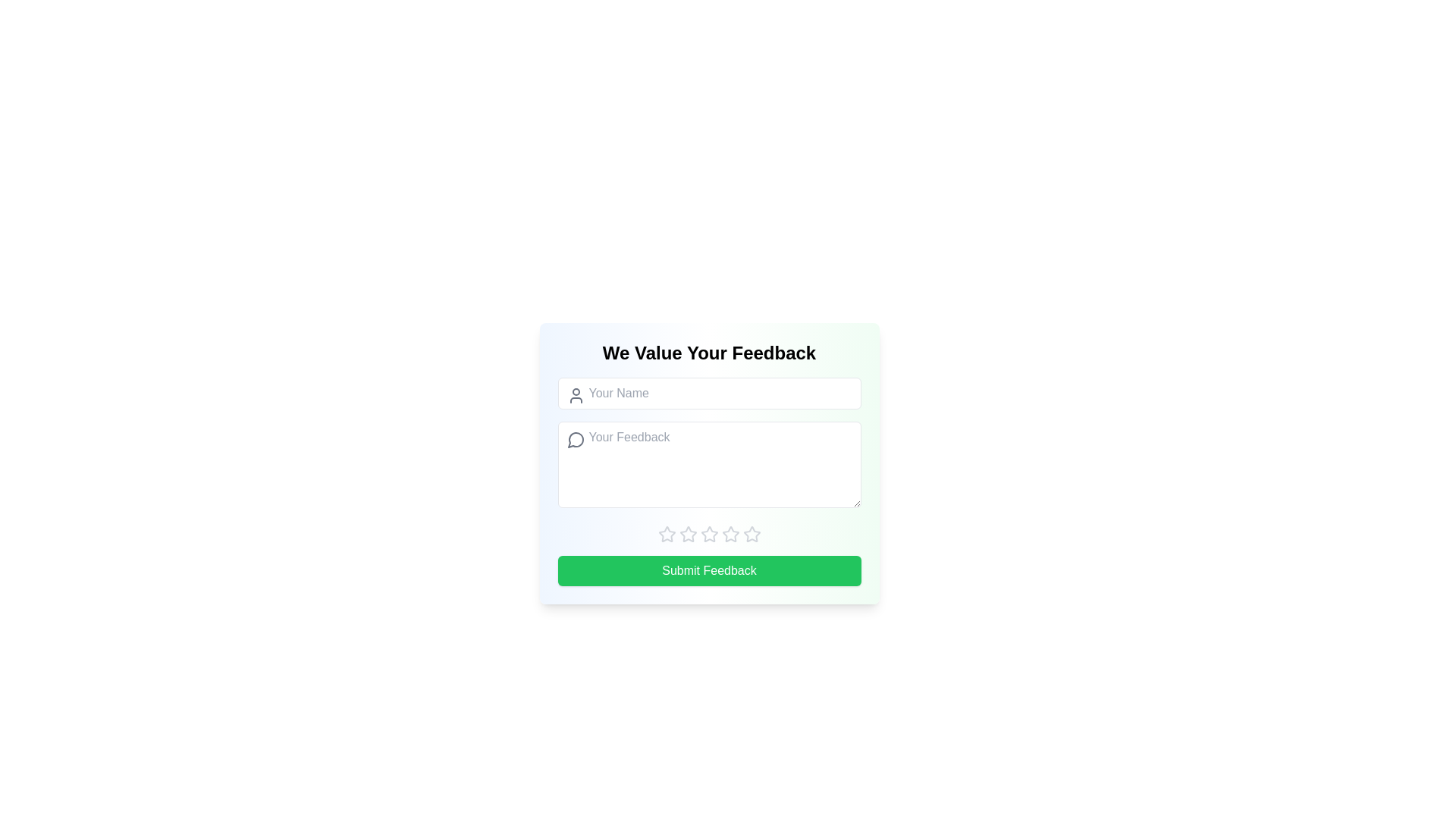  I want to click on the second interactive star in the rating component, so click(687, 533).